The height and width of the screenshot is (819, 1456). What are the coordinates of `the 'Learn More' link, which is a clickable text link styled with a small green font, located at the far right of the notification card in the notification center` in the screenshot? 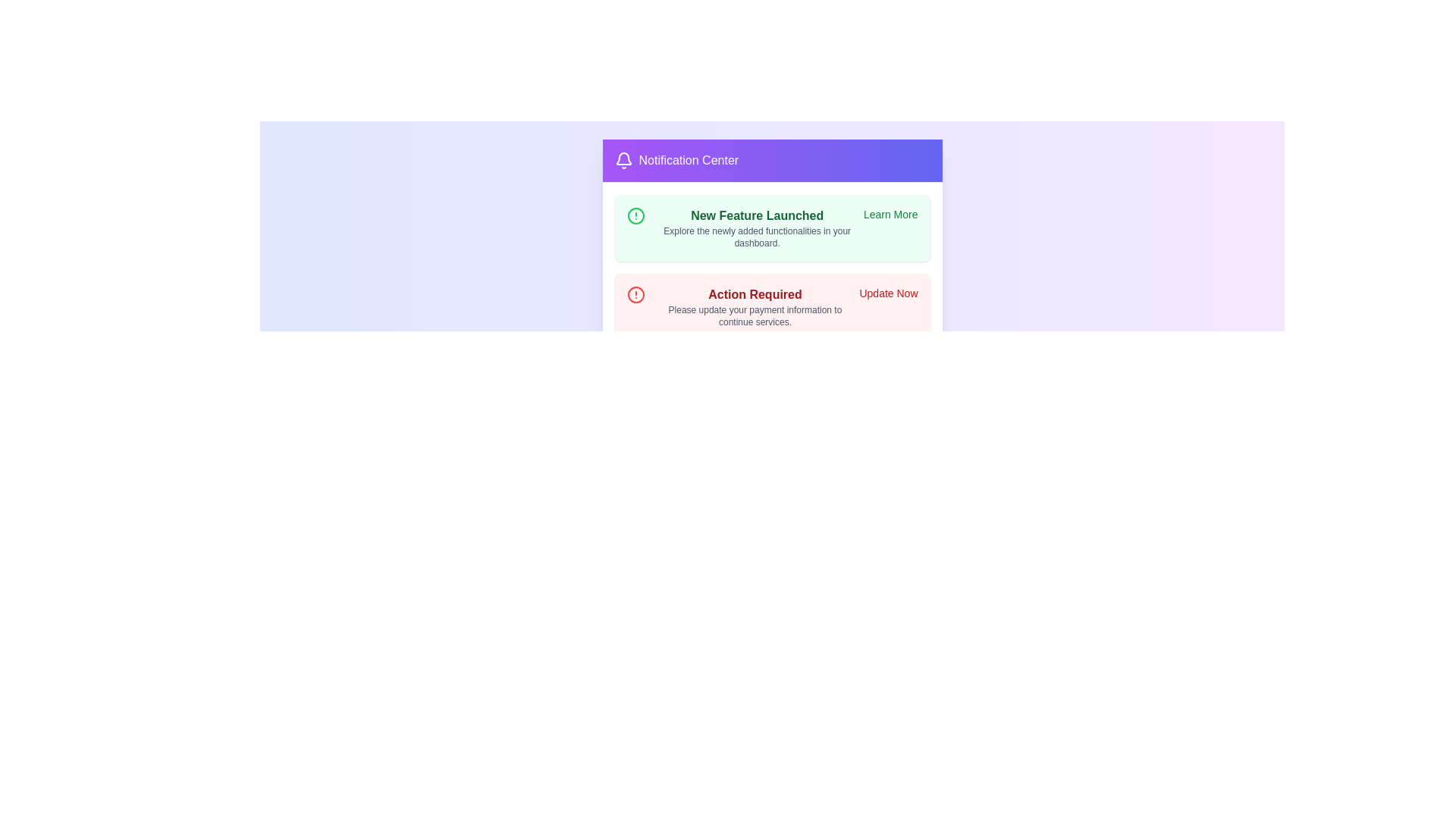 It's located at (890, 214).